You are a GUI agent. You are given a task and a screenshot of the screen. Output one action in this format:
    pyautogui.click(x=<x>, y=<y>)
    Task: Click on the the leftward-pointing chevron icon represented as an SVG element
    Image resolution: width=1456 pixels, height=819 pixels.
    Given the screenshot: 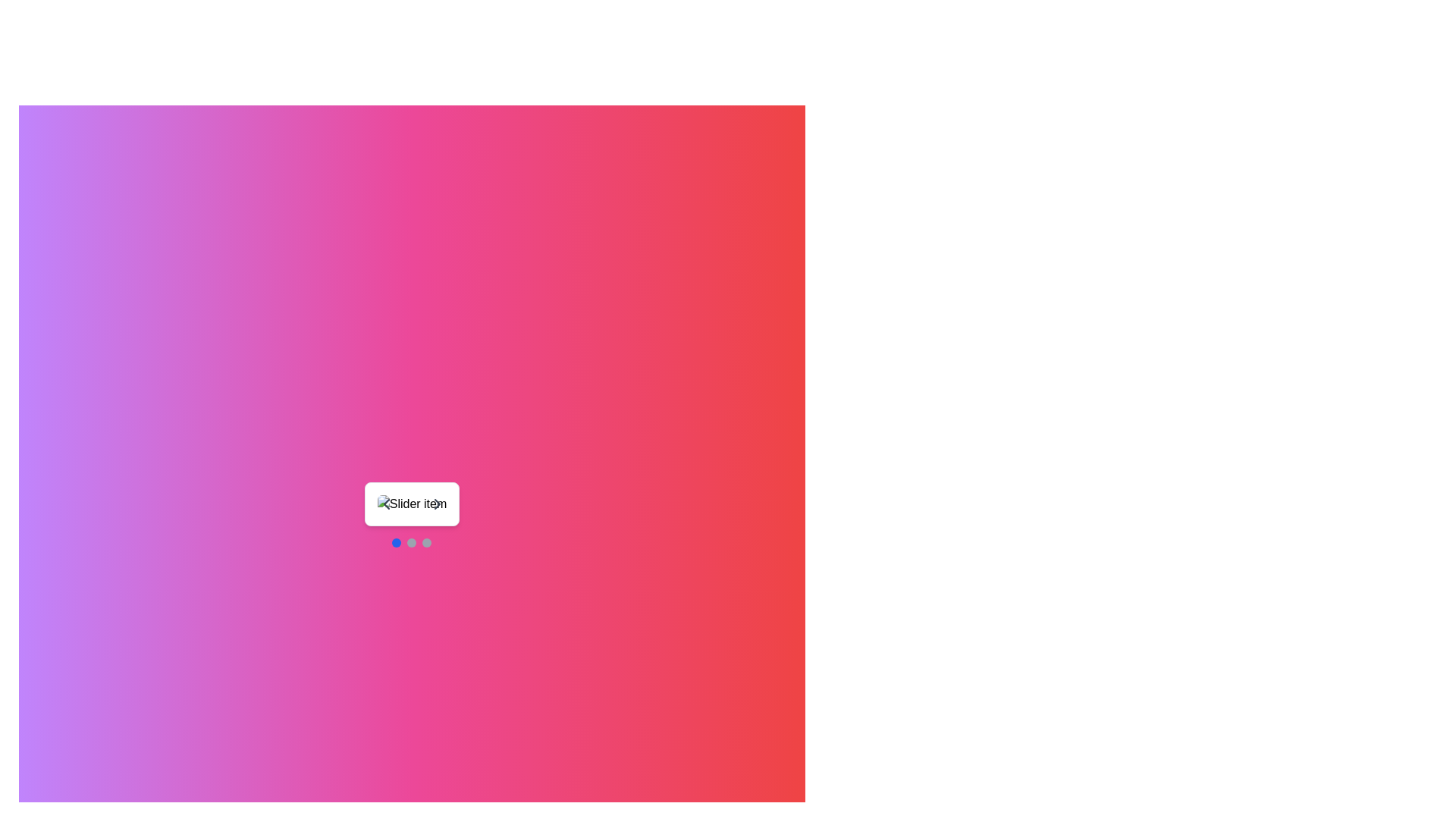 What is the action you would take?
    pyautogui.click(x=386, y=504)
    